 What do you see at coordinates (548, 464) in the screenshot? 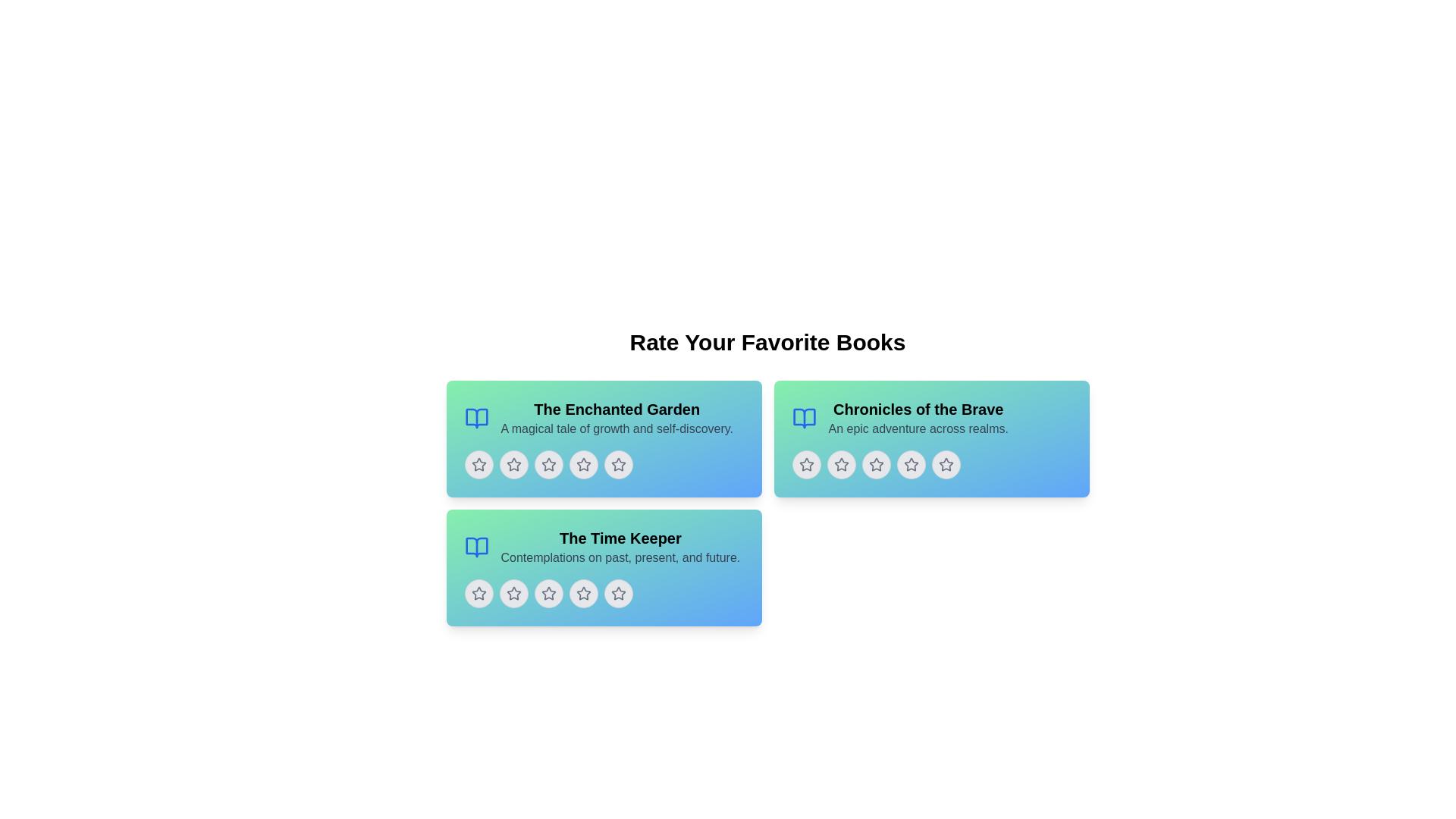
I see `the second rating star icon in the card titled 'The Enchanted Garden'` at bounding box center [548, 464].